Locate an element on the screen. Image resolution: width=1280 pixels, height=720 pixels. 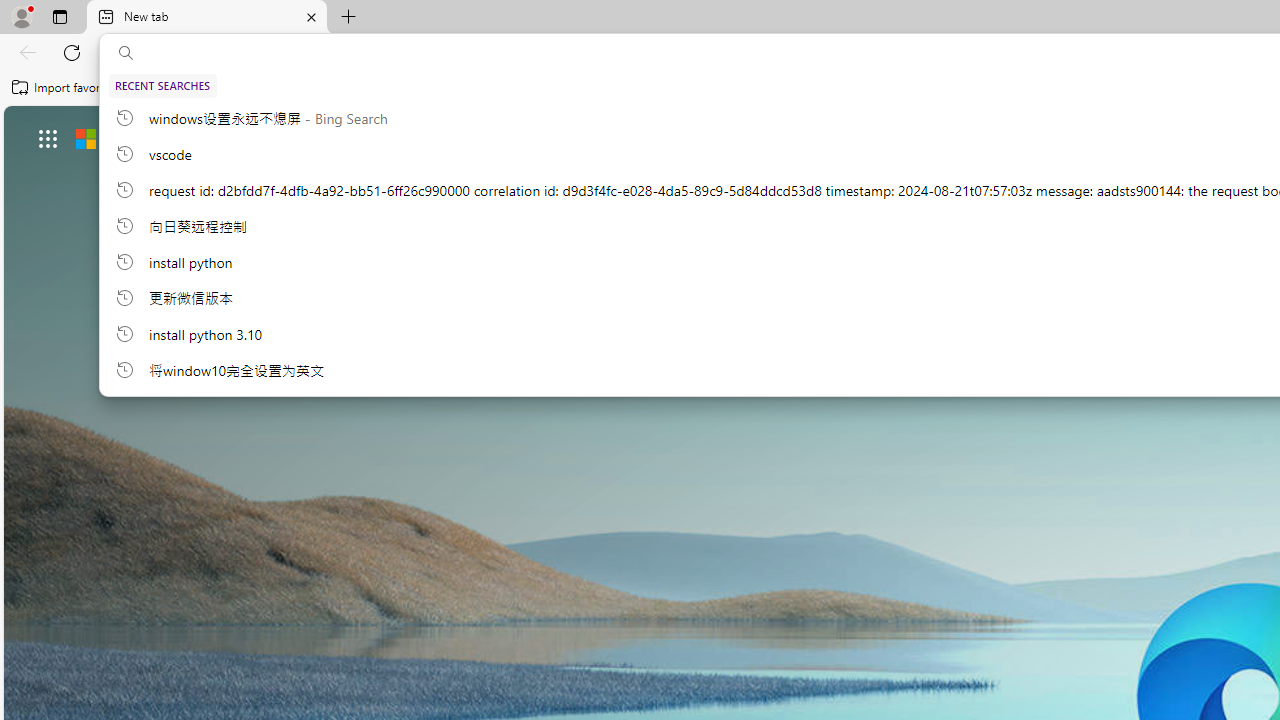
'App launcher' is located at coordinates (48, 137).